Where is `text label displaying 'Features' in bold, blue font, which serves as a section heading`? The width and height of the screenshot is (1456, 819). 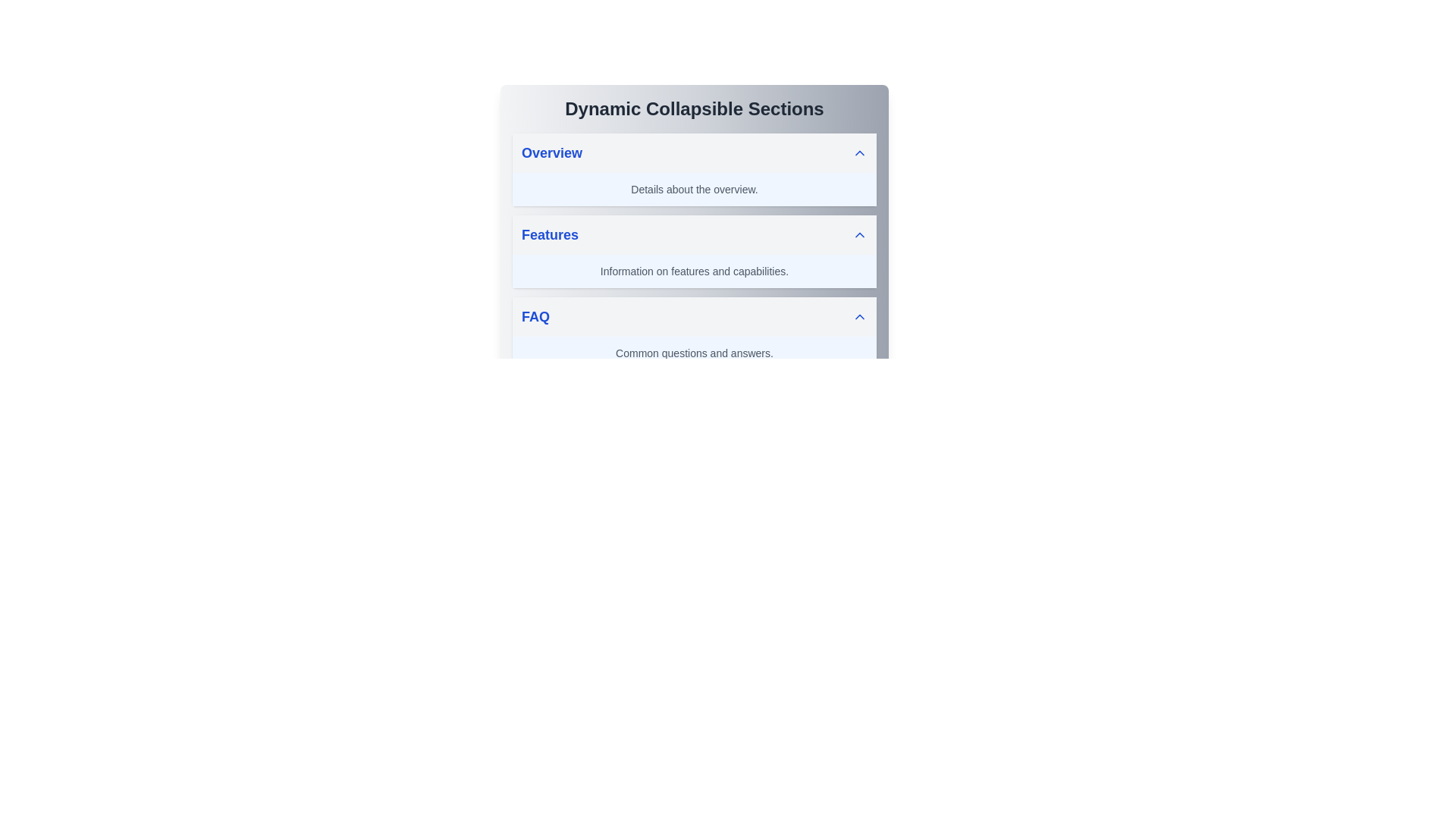
text label displaying 'Features' in bold, blue font, which serves as a section heading is located at coordinates (549, 234).